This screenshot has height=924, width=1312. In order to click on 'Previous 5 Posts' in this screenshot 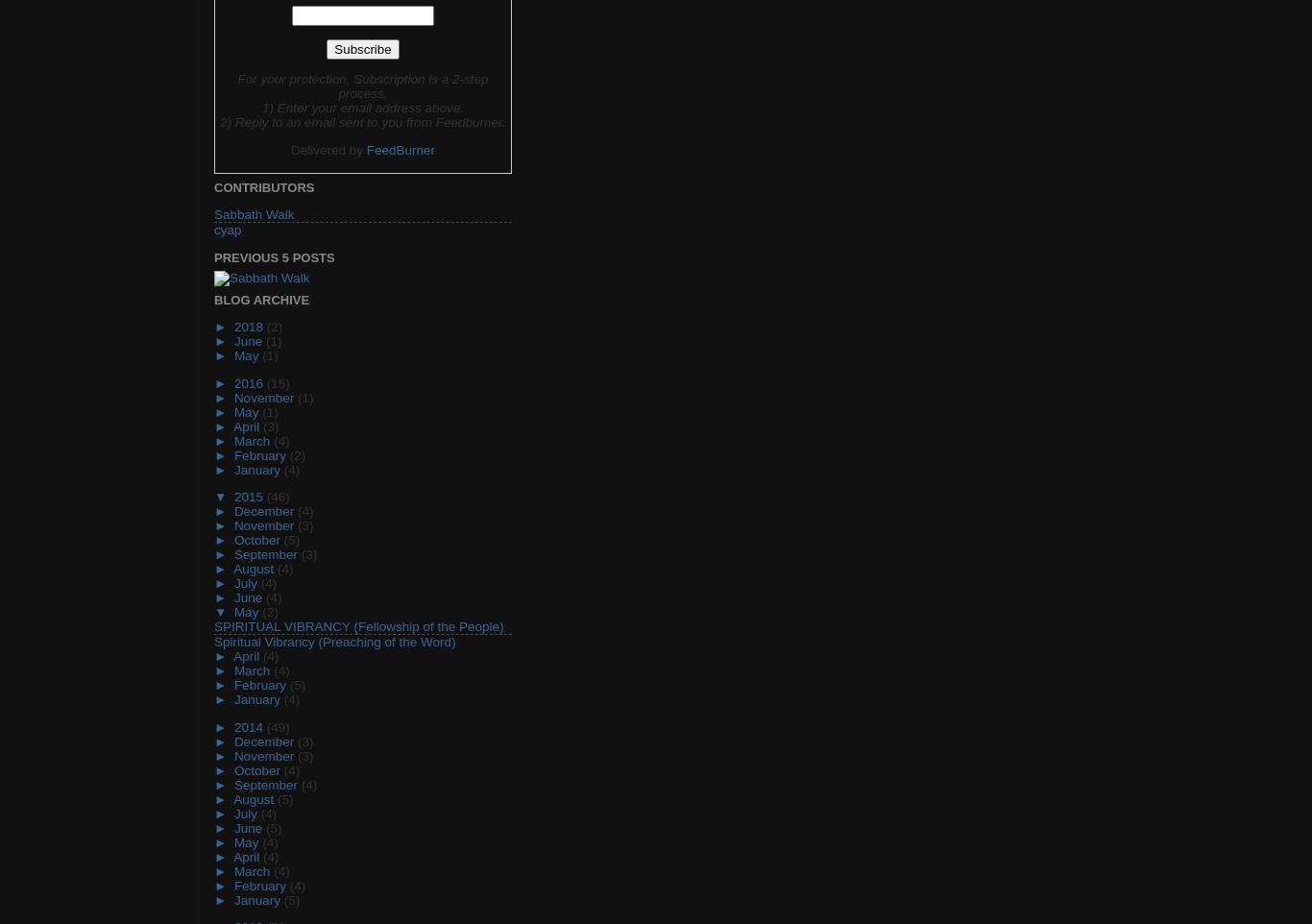, I will do `click(274, 256)`.